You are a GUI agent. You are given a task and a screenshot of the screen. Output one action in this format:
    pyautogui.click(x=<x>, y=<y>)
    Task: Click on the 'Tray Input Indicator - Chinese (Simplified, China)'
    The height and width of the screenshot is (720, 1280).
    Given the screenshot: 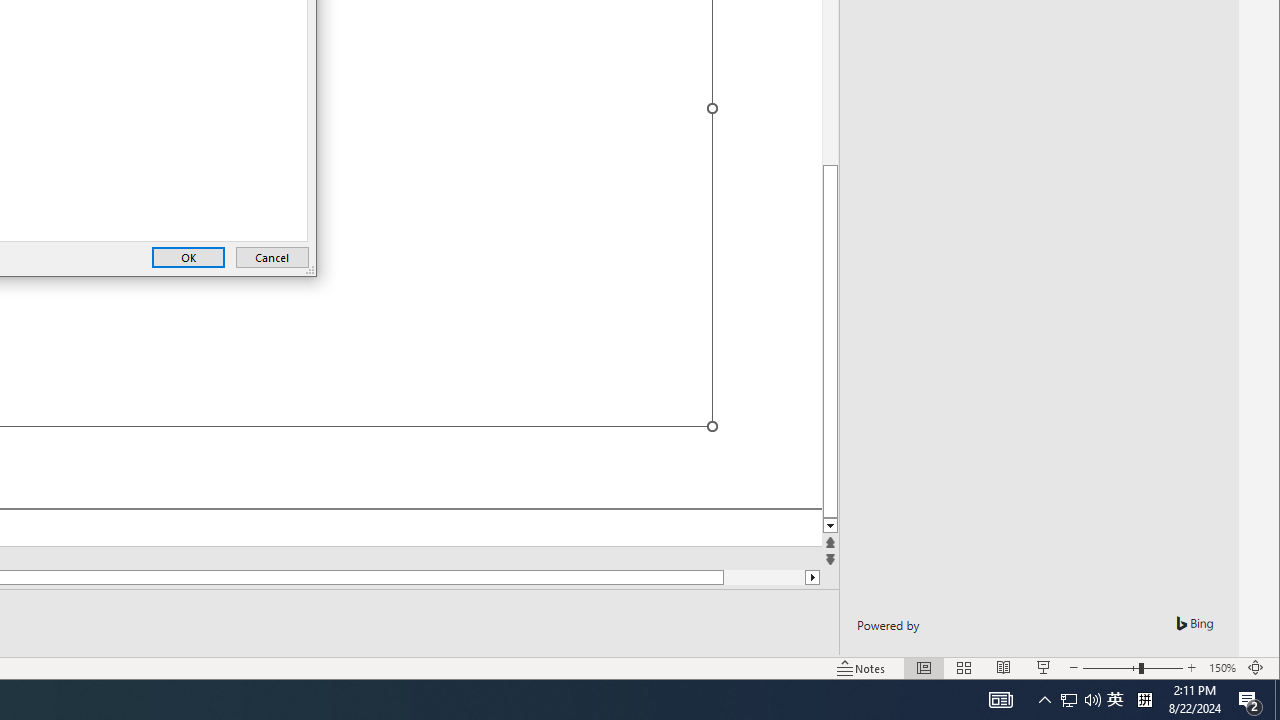 What is the action you would take?
    pyautogui.click(x=1144, y=698)
    